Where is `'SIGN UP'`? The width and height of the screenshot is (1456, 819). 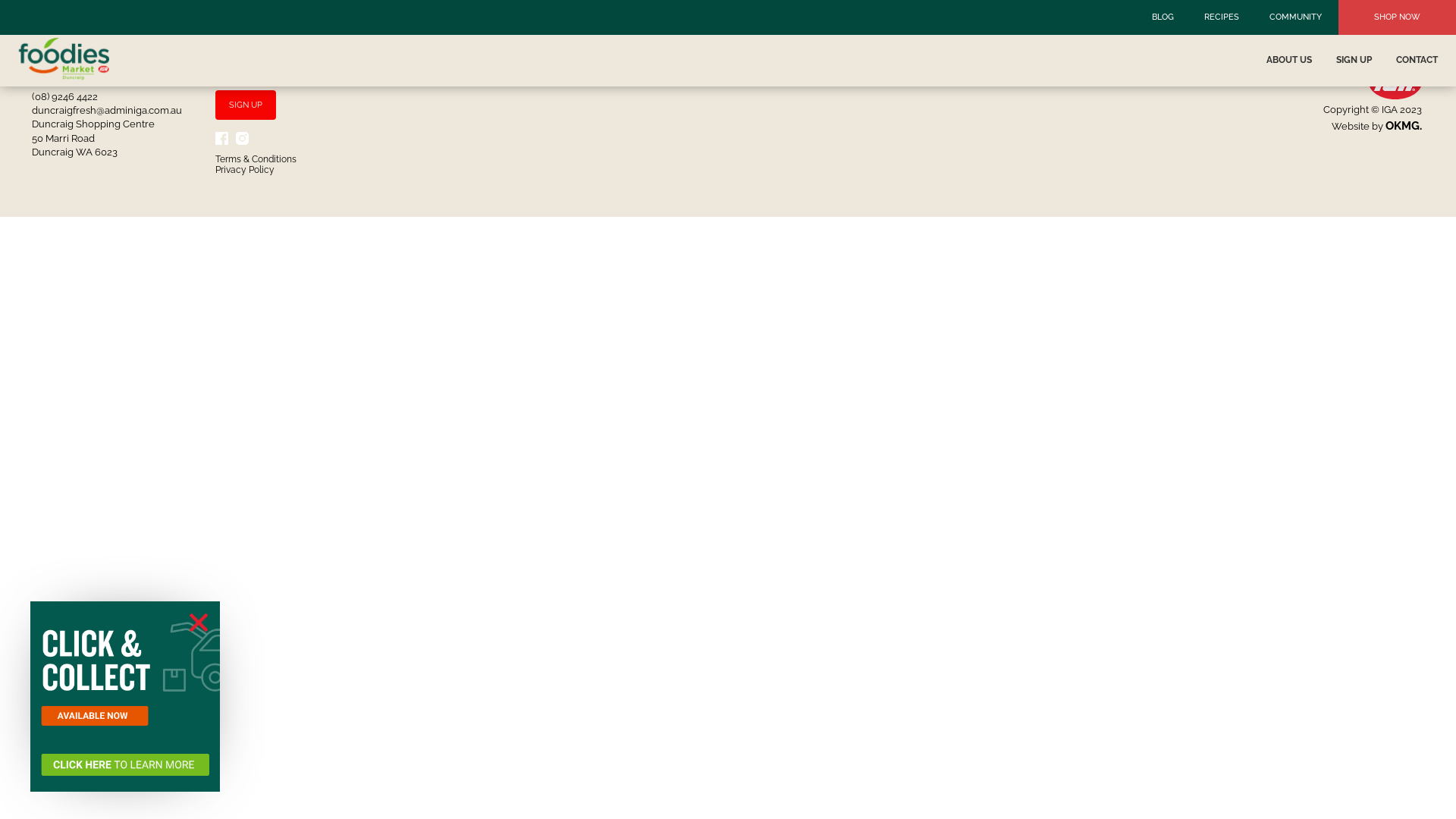 'SIGN UP' is located at coordinates (214, 104).